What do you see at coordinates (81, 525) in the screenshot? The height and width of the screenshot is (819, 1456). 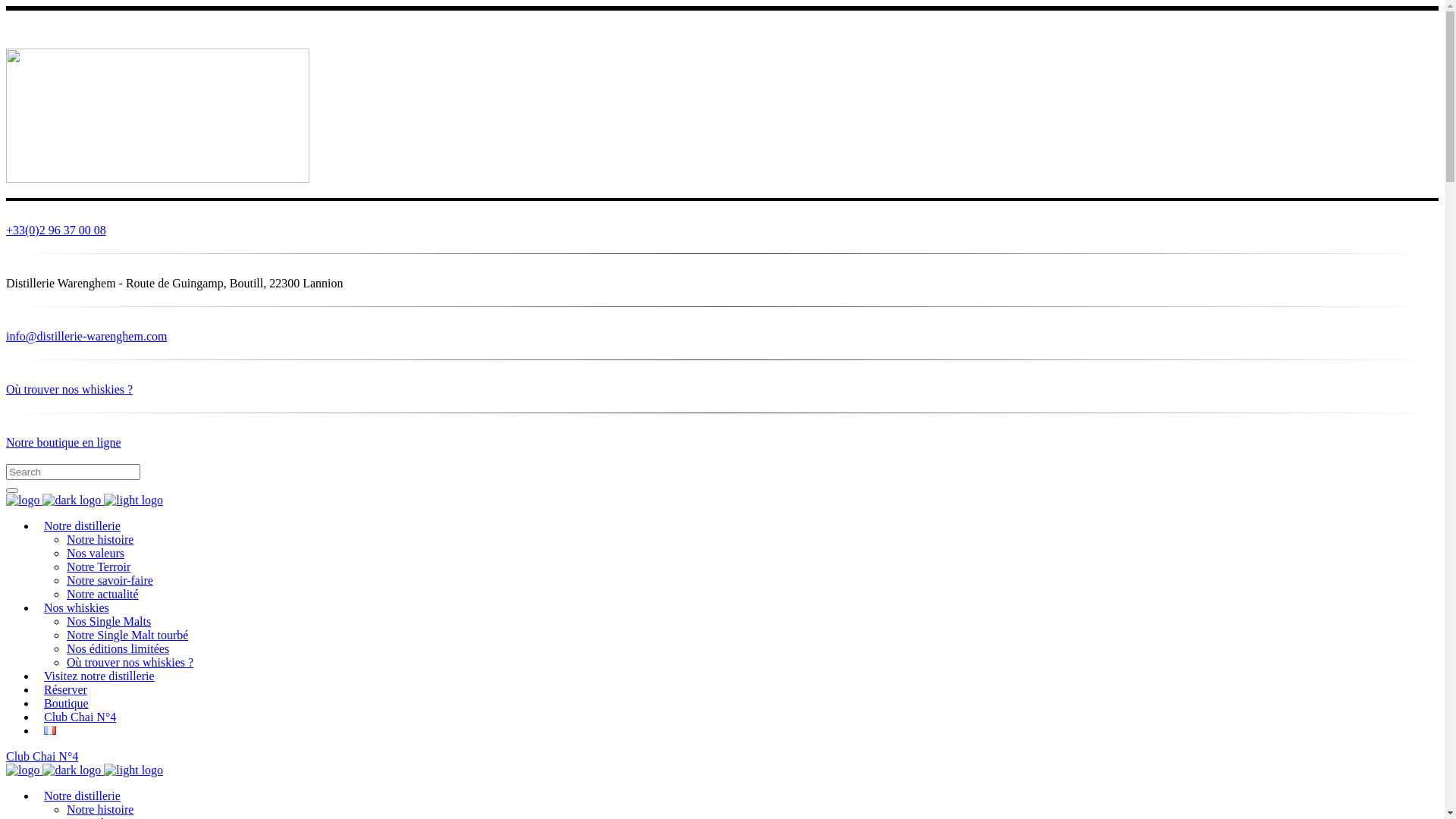 I see `'Notre distillerie'` at bounding box center [81, 525].